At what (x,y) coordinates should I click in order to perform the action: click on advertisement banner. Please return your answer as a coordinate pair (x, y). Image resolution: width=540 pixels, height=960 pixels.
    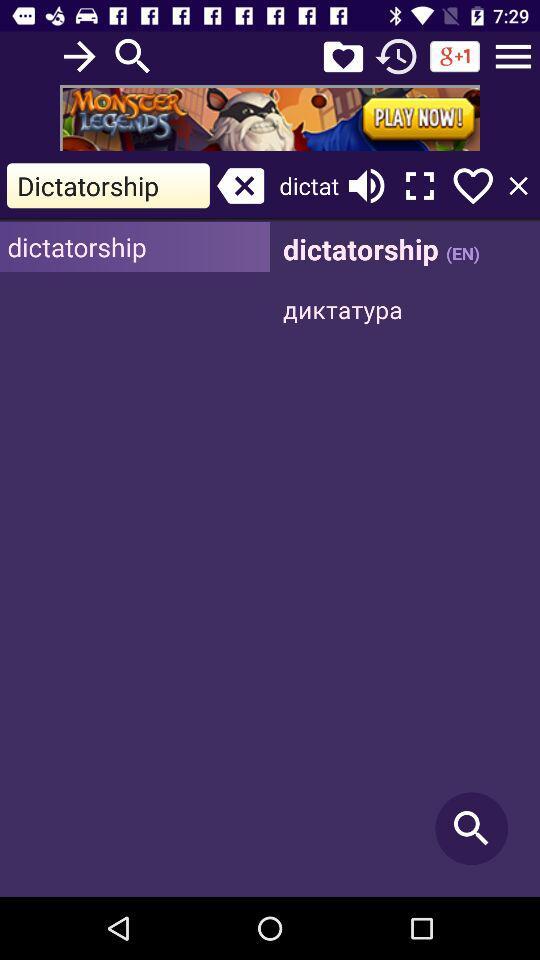
    Looking at the image, I should click on (270, 117).